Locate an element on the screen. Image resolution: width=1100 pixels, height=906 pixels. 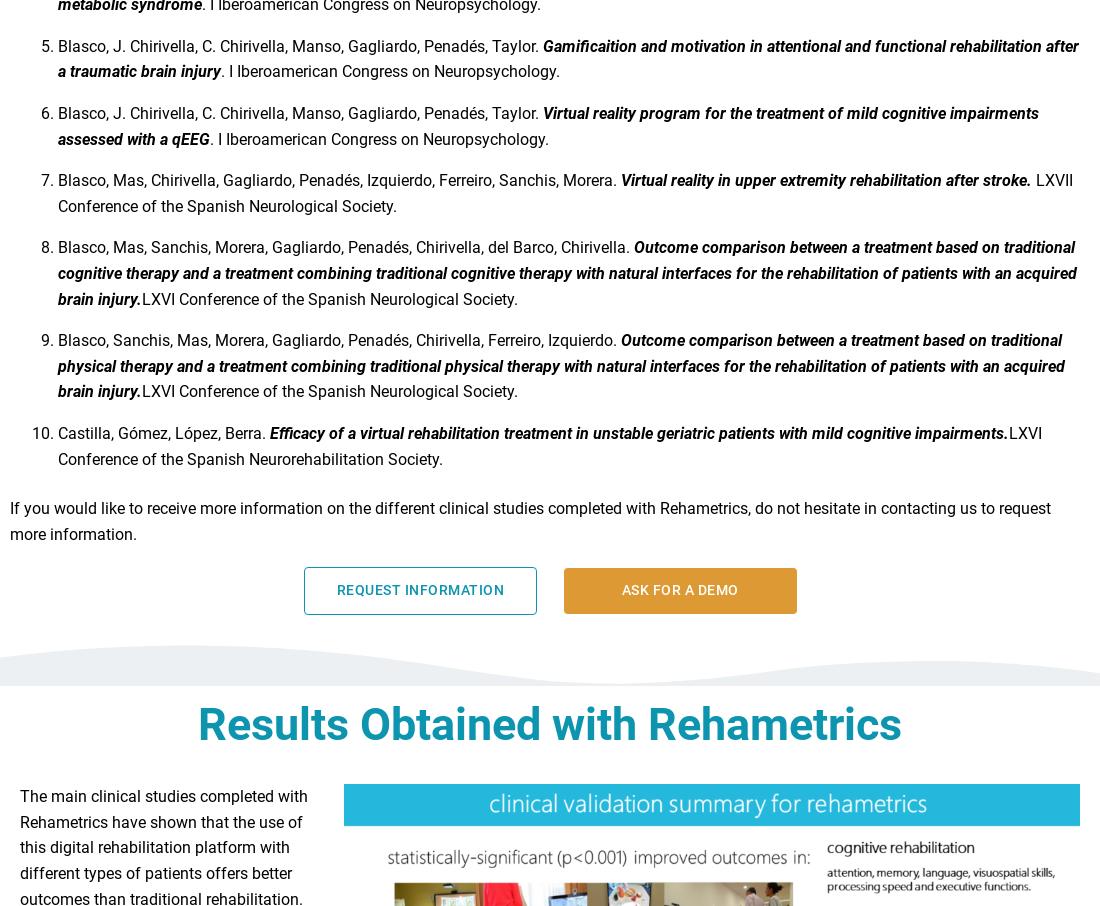
'LXVII Conference of the Spanish Neurological Society.' is located at coordinates (564, 201).